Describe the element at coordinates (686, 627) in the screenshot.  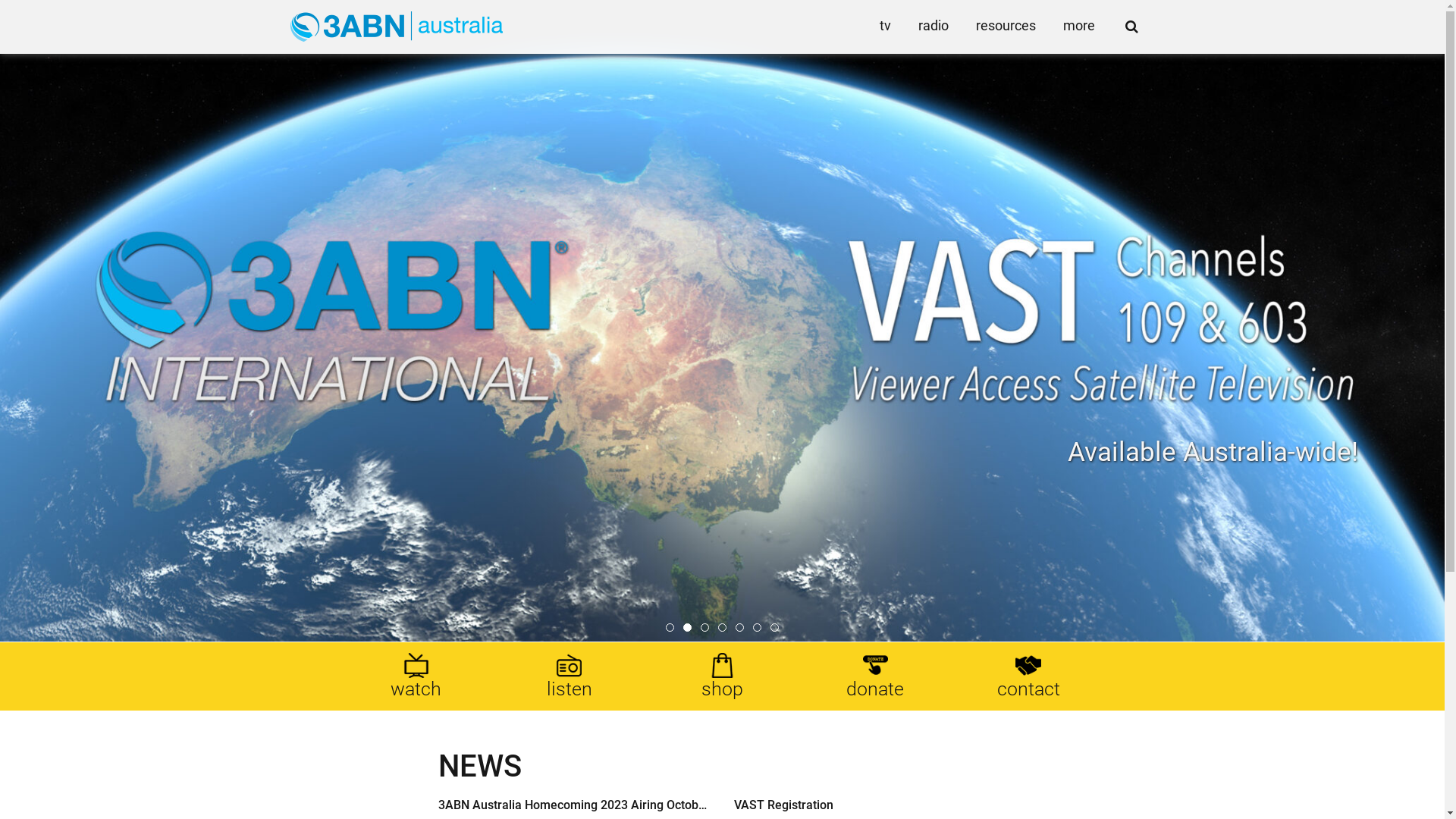
I see `'2'` at that location.